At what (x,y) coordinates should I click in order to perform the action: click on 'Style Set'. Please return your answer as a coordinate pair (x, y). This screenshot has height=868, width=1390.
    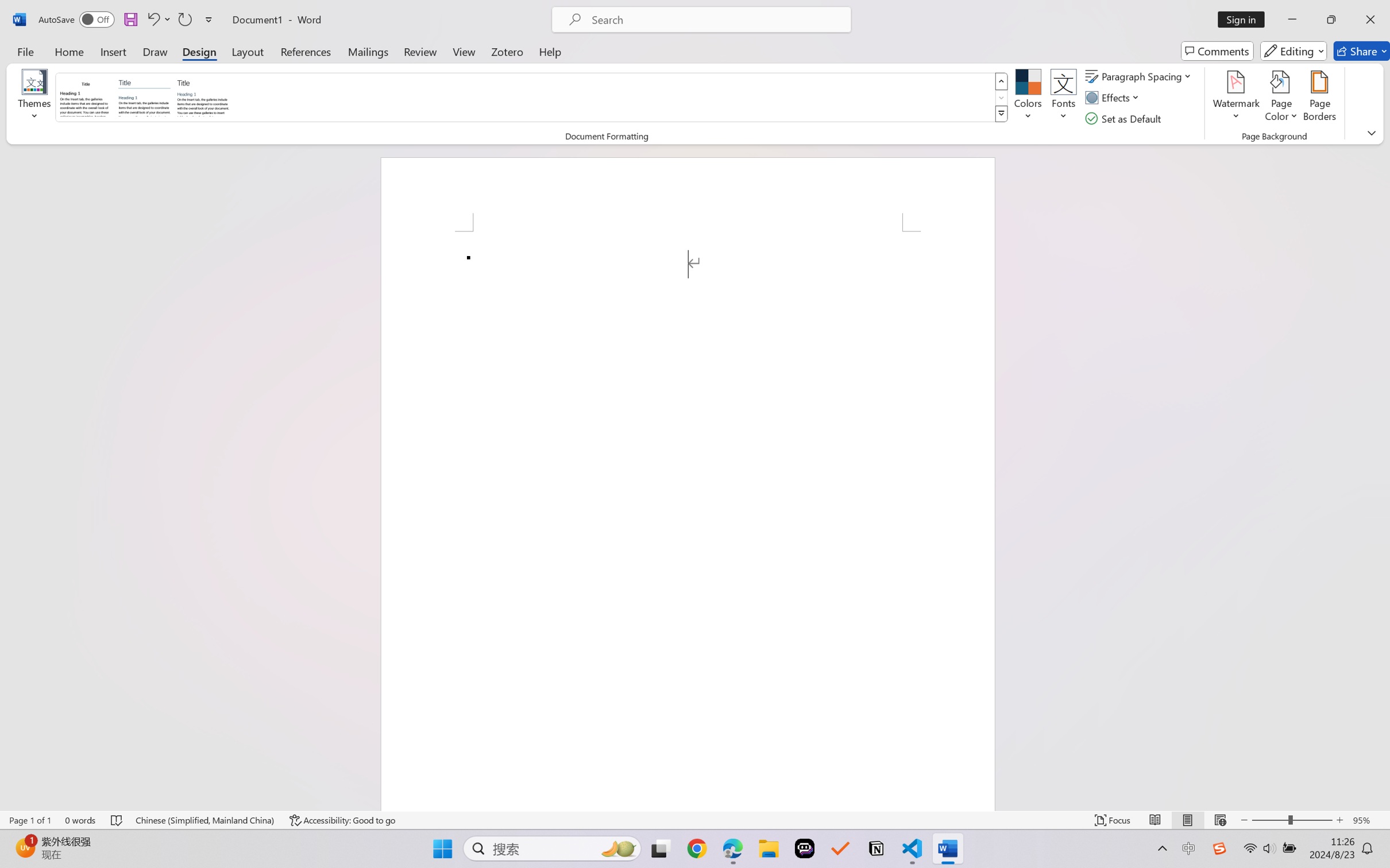
    Looking at the image, I should click on (1001, 114).